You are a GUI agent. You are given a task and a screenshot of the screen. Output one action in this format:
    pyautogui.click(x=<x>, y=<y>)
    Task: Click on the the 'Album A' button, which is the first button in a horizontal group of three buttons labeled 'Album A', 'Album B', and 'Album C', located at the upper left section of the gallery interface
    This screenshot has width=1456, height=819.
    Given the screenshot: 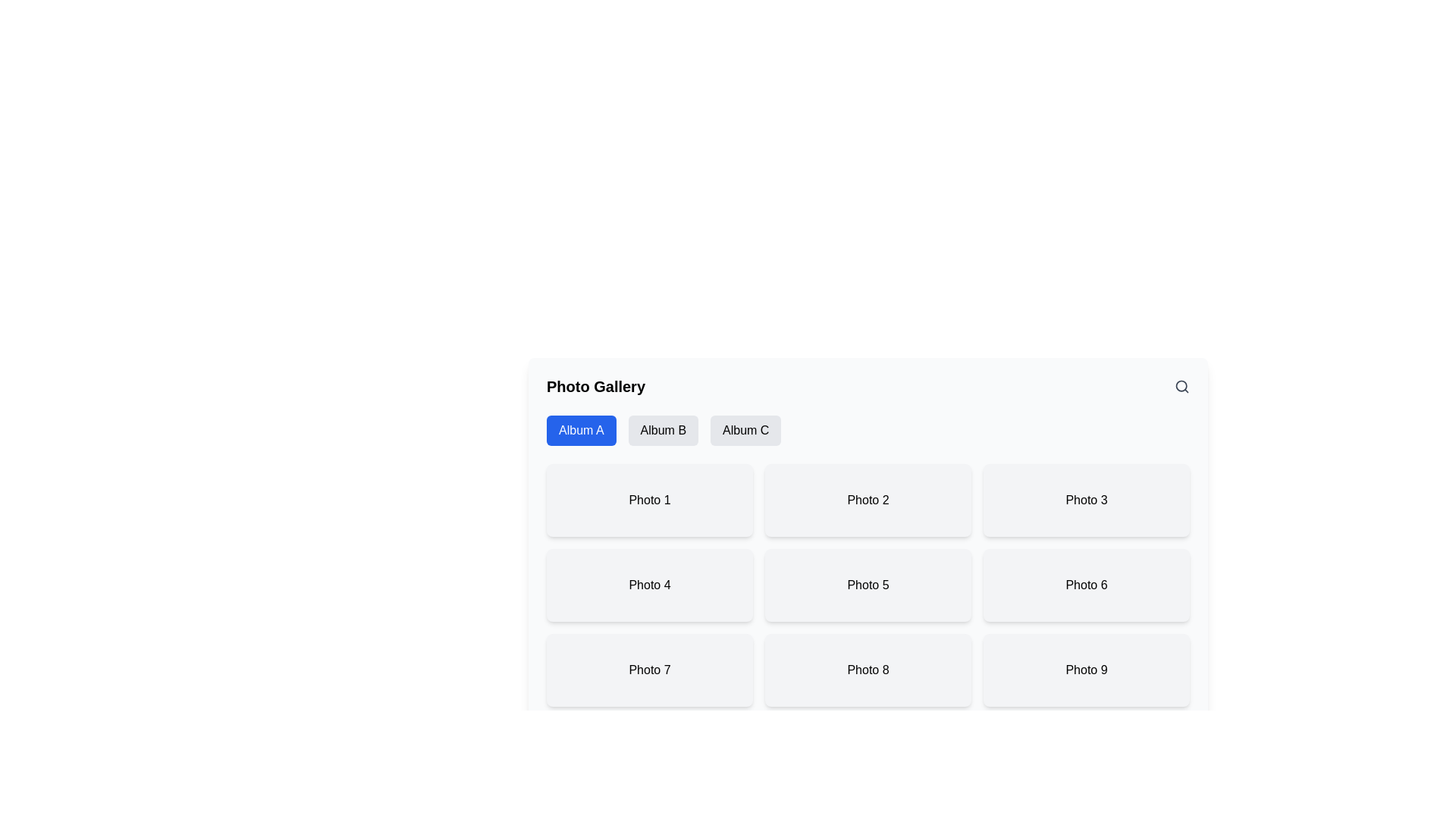 What is the action you would take?
    pyautogui.click(x=580, y=430)
    